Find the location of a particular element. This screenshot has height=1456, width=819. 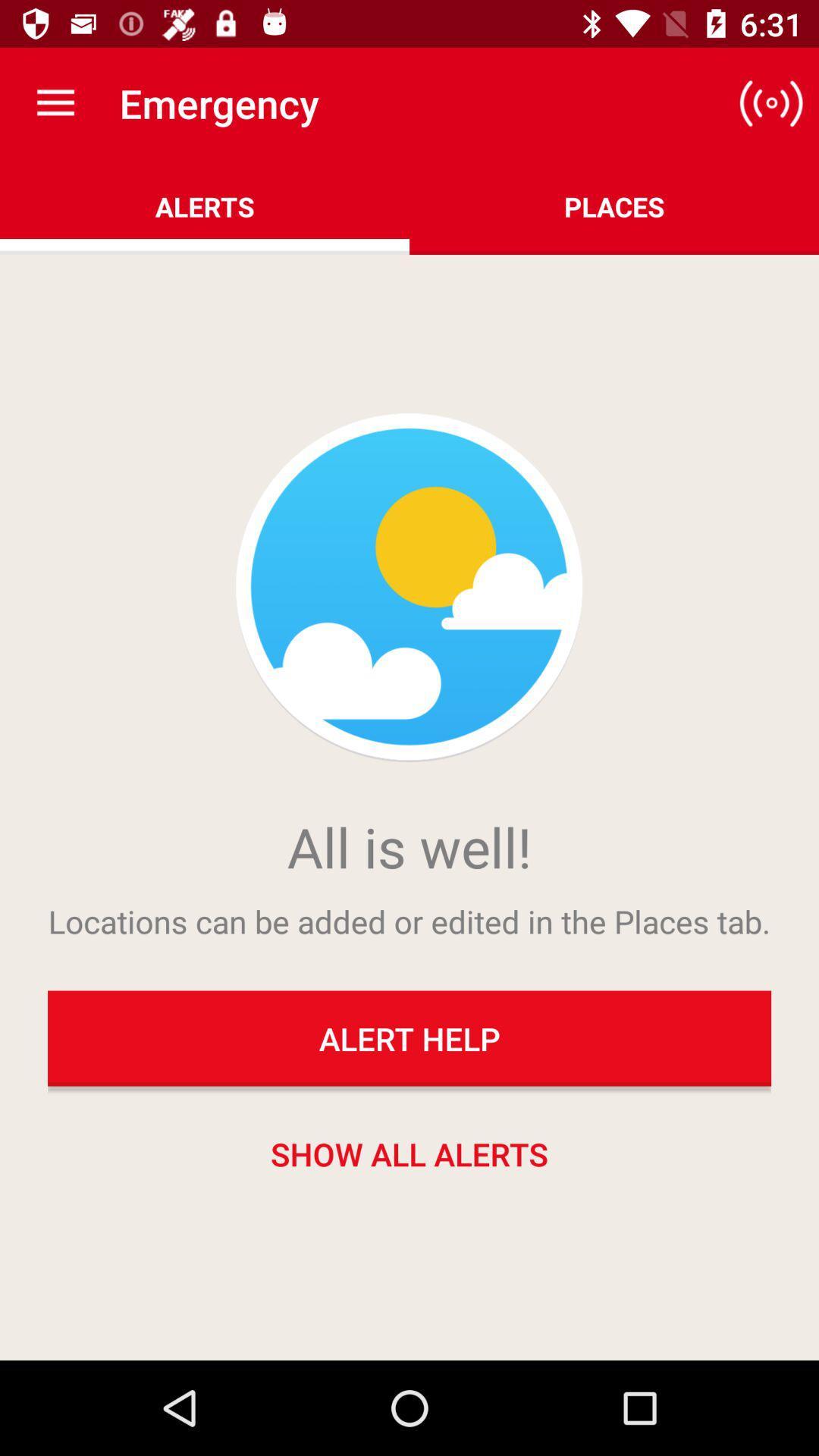

the item below the locations can be item is located at coordinates (409, 1037).